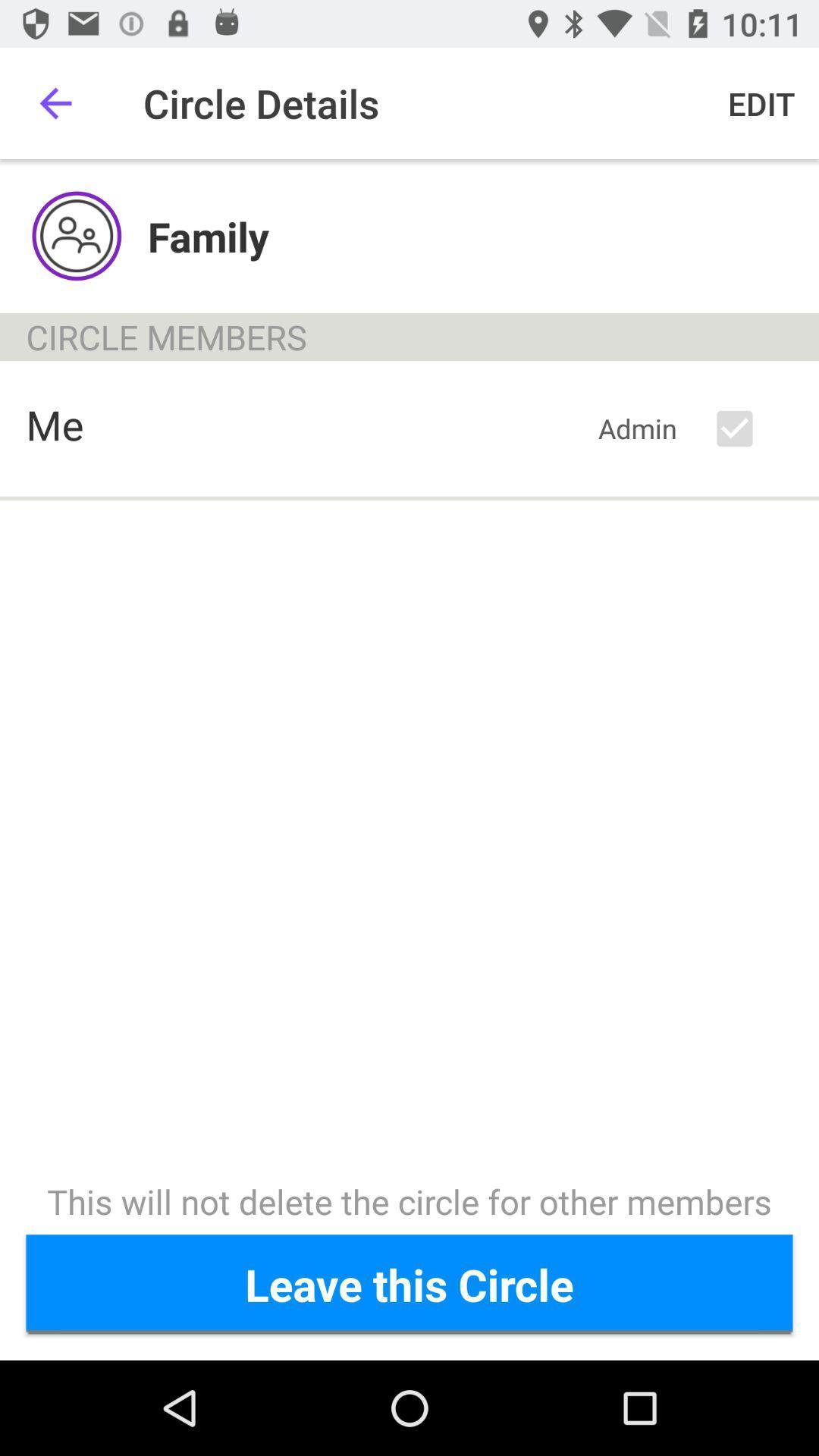 This screenshot has height=1456, width=819. What do you see at coordinates (747, 428) in the screenshot?
I see `tap the check box which is next to the admin` at bounding box center [747, 428].